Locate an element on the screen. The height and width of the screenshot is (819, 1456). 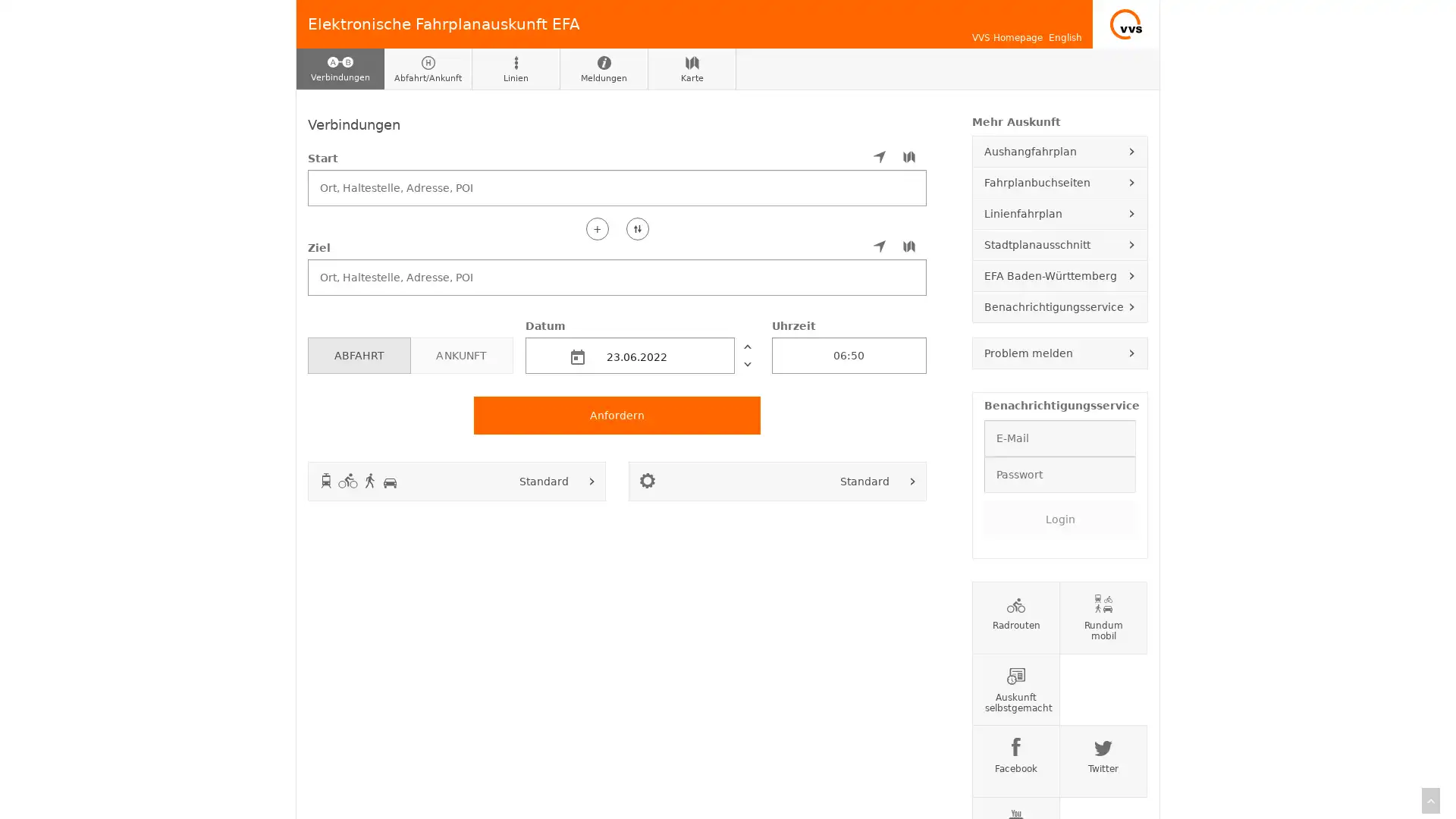
Datum 23.06.2022 vorher nachher is located at coordinates (642, 345).